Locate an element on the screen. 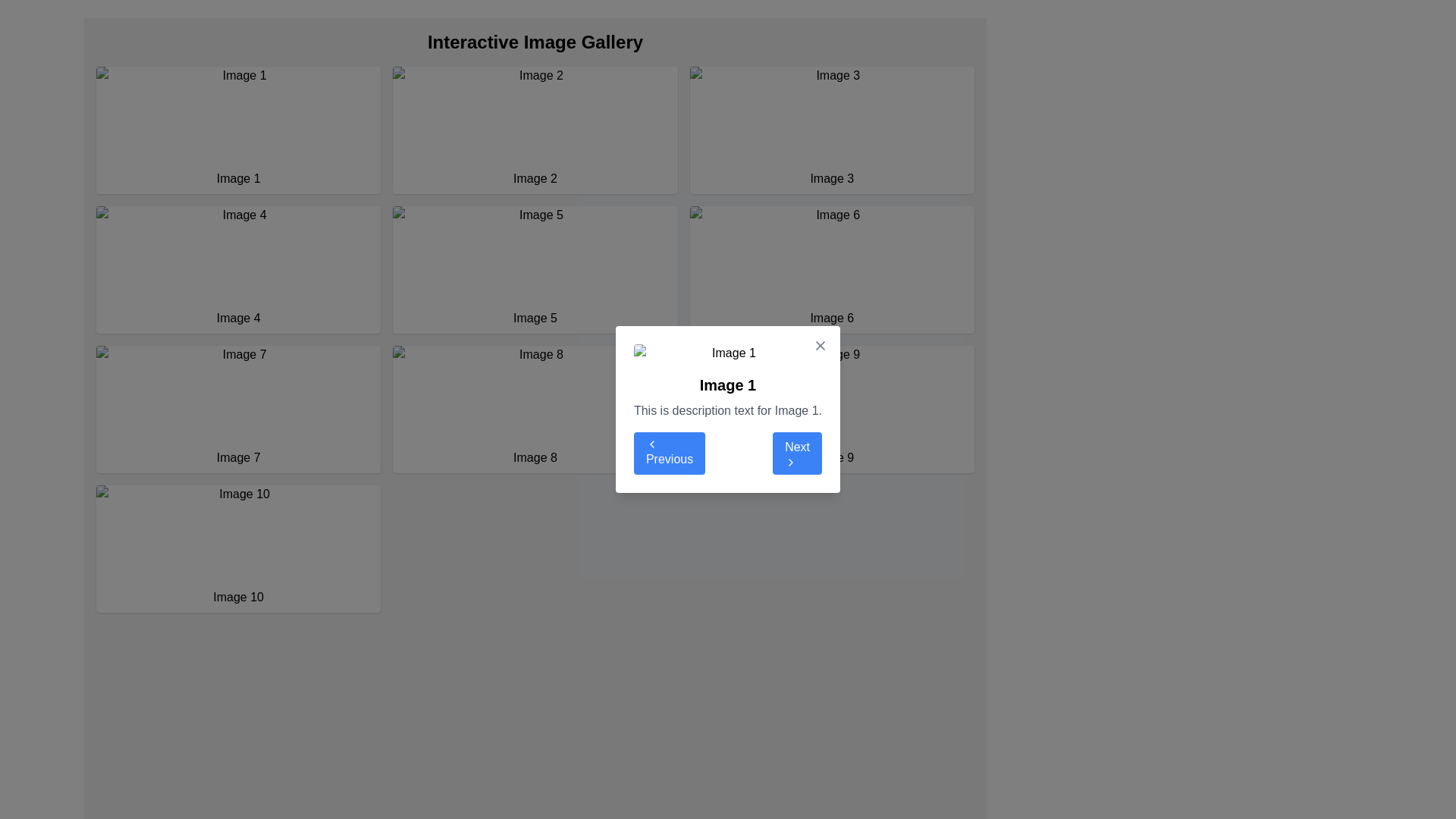 The height and width of the screenshot is (819, 1456). the static label text that describes the thumbnail image, located below the 'Image 10' thumbnail in the gallery's bottom-left corner is located at coordinates (237, 596).